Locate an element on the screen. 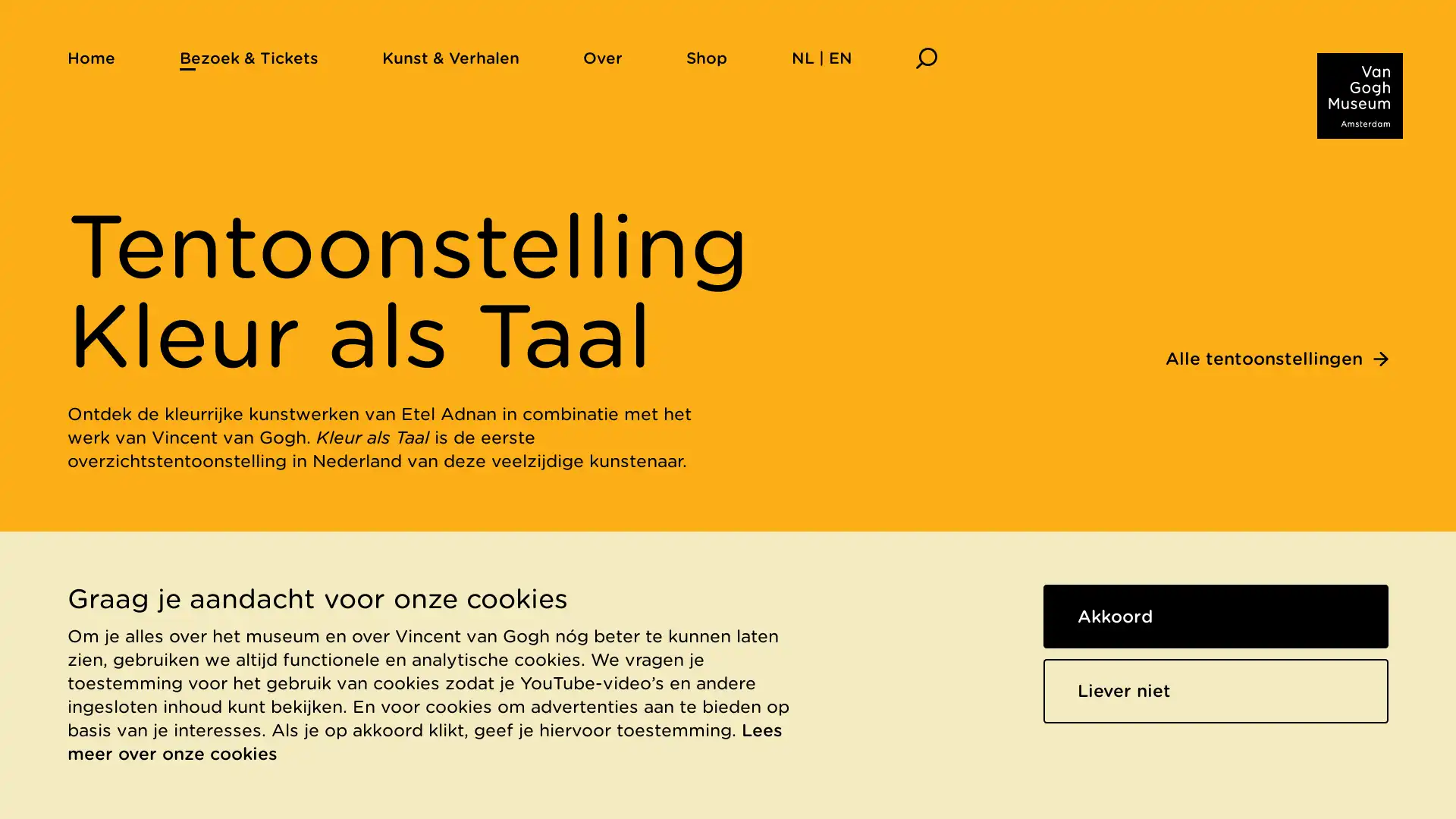  Liever niet is located at coordinates (1216, 690).